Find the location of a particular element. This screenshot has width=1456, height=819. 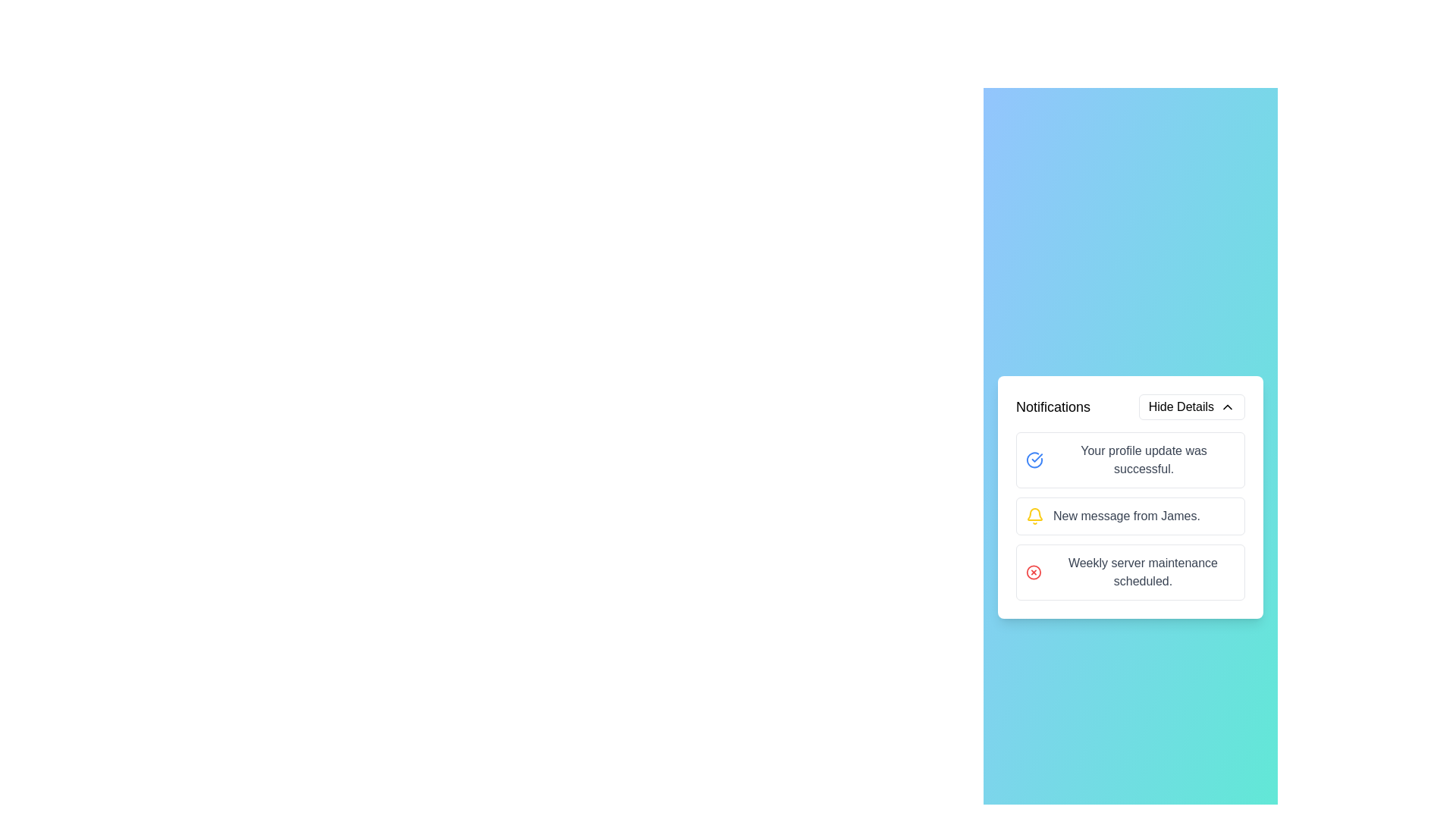

the 'Hide Details' button, which is located at the top-right corner of a notification card and features a black text label on a white background with an upward arrow icon to indicate its toggle functionality is located at coordinates (1191, 406).